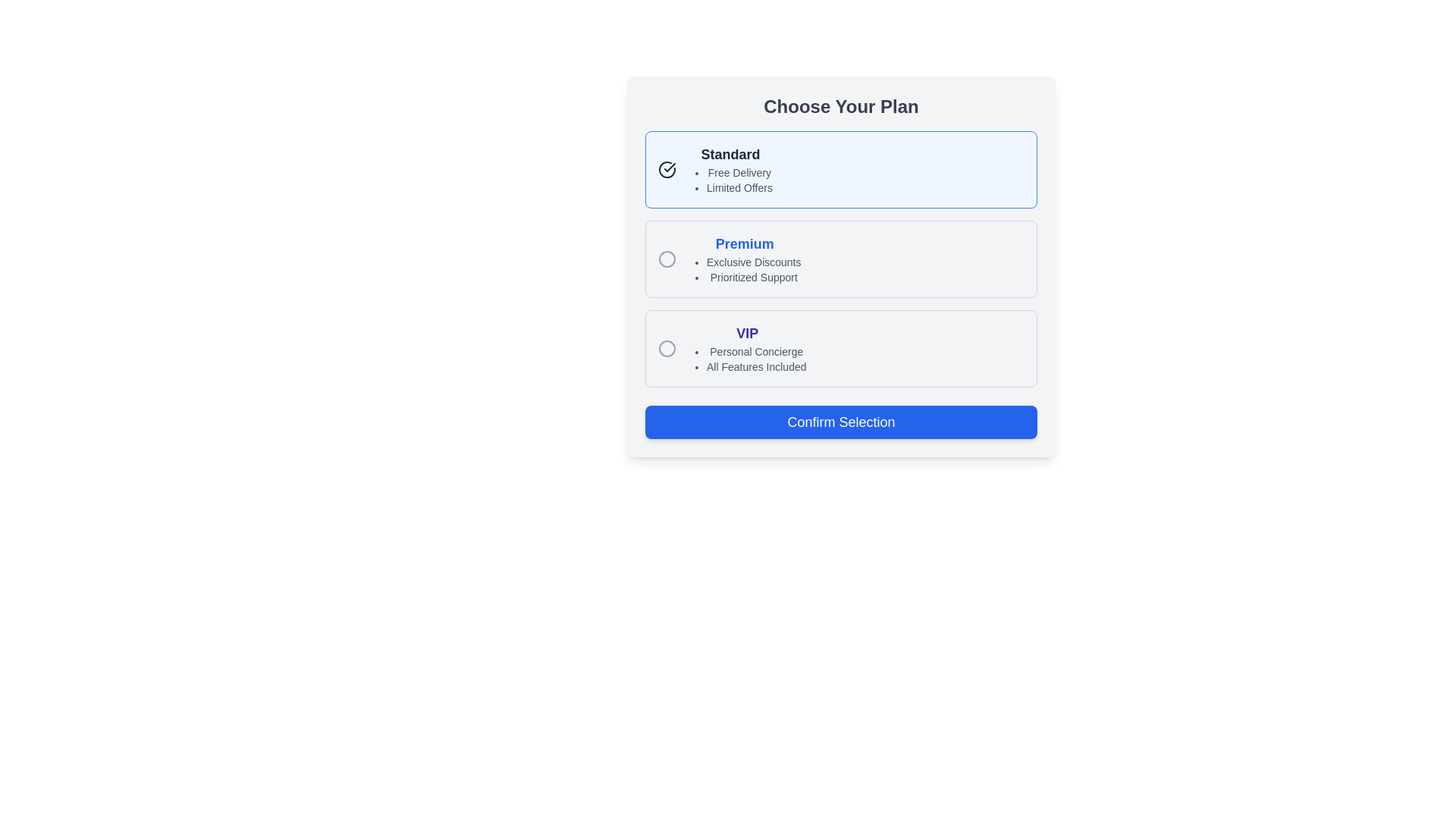 The image size is (1456, 819). Describe the element at coordinates (667, 348) in the screenshot. I see `the radio button located at the top-left corner of the 'VIP' option card` at that location.